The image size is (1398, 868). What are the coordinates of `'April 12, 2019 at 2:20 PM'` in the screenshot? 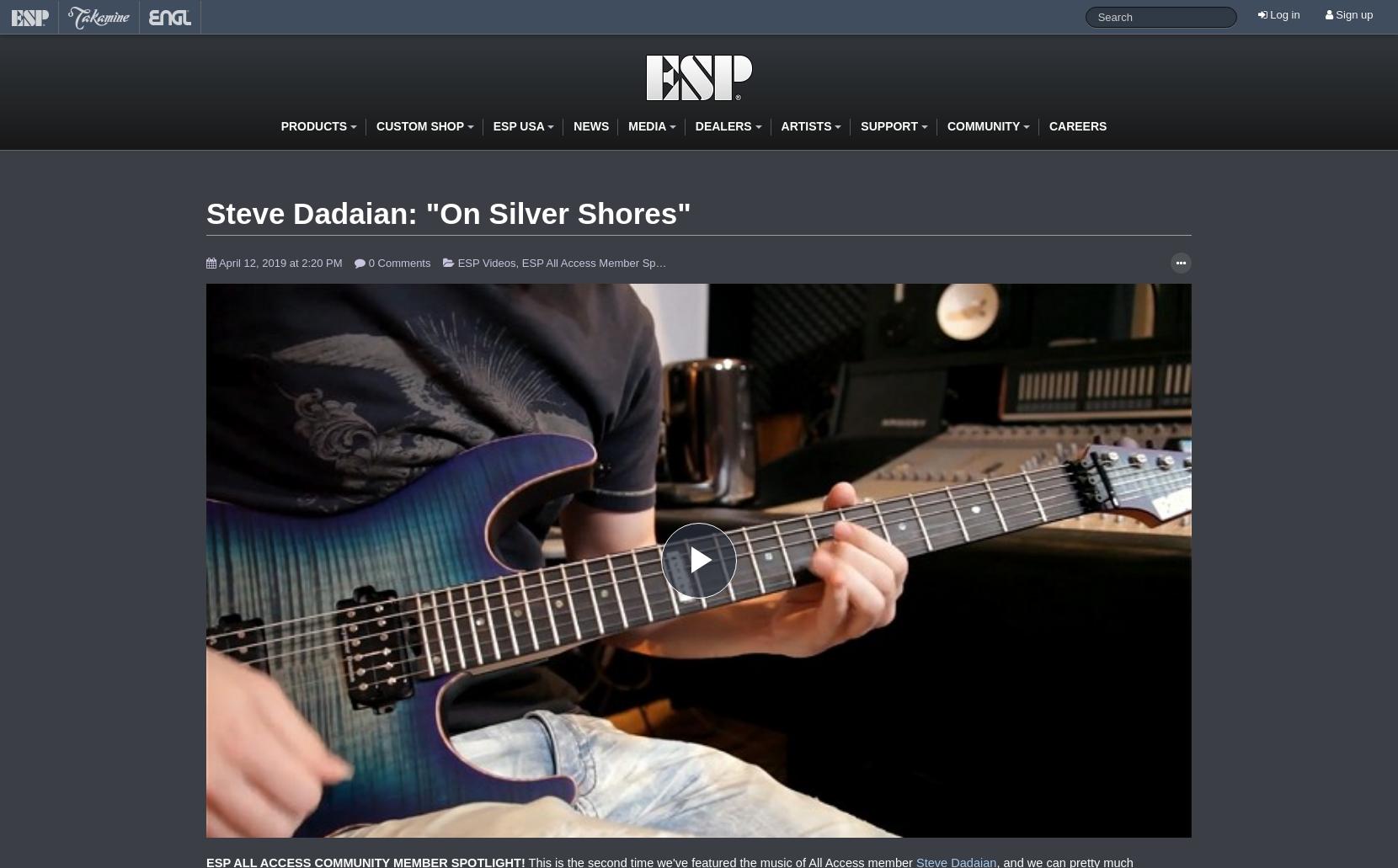 It's located at (216, 261).